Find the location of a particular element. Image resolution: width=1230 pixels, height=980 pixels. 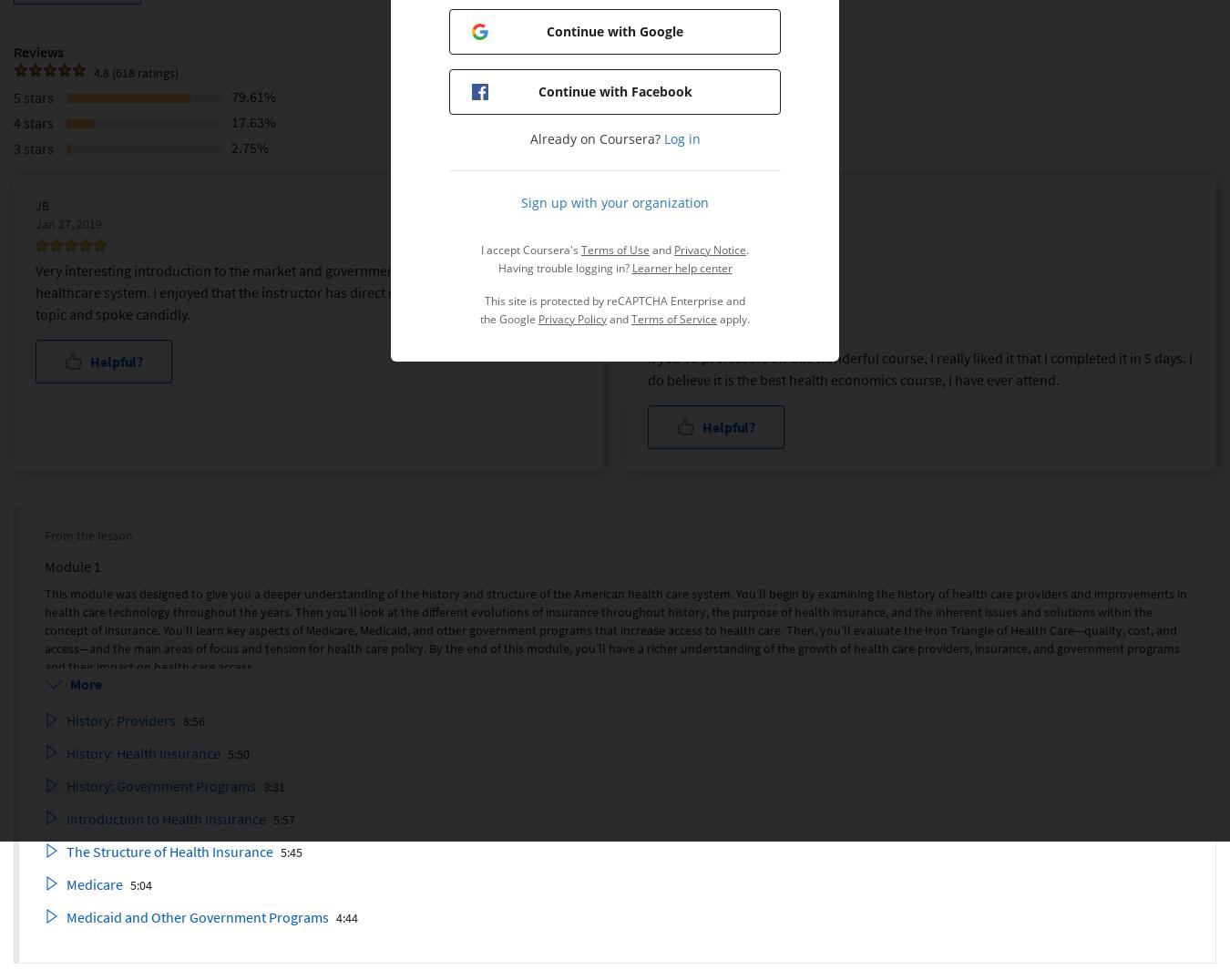

'T' is located at coordinates (651, 269).